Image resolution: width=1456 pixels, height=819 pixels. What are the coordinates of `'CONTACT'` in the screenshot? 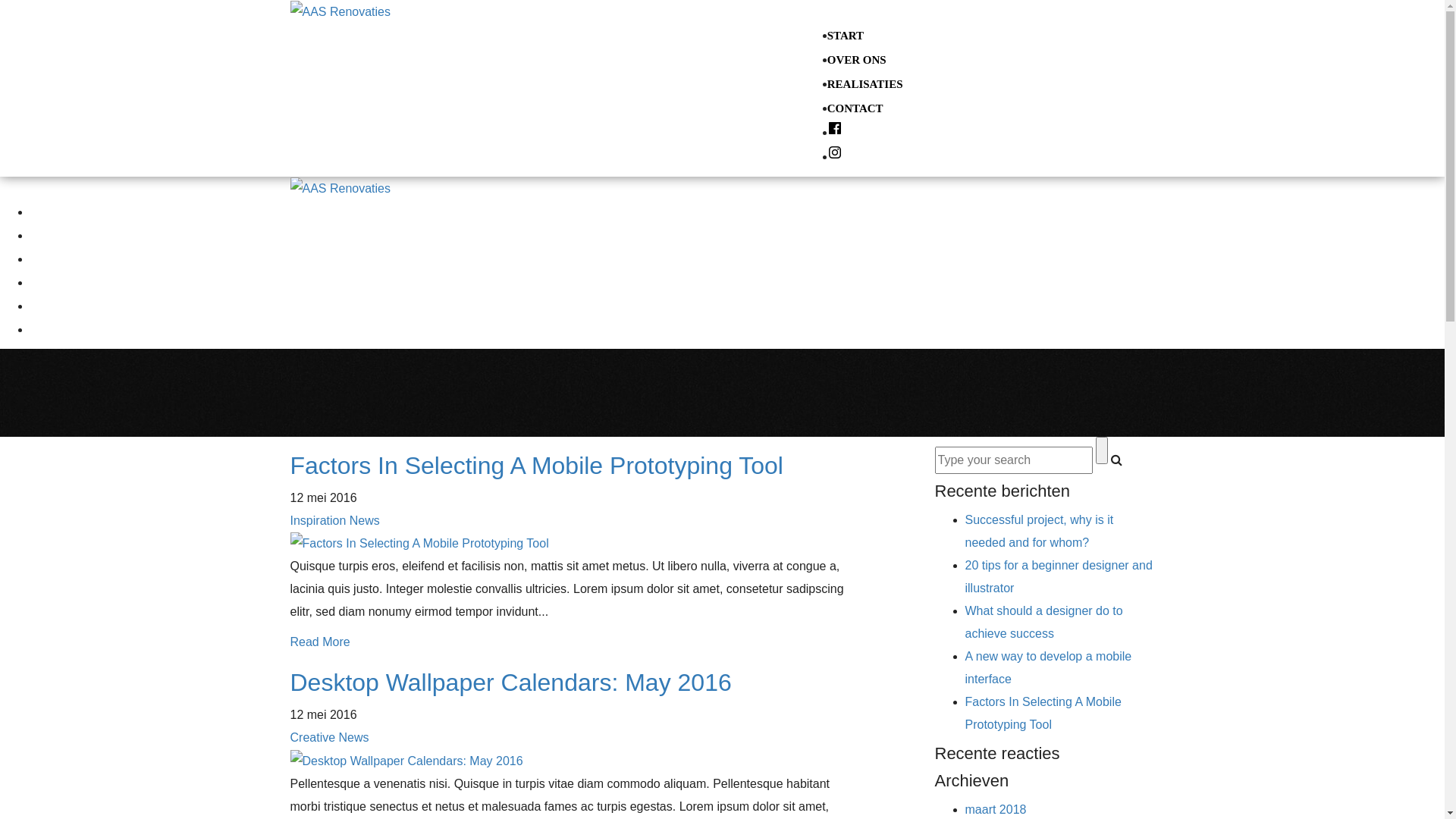 It's located at (855, 107).